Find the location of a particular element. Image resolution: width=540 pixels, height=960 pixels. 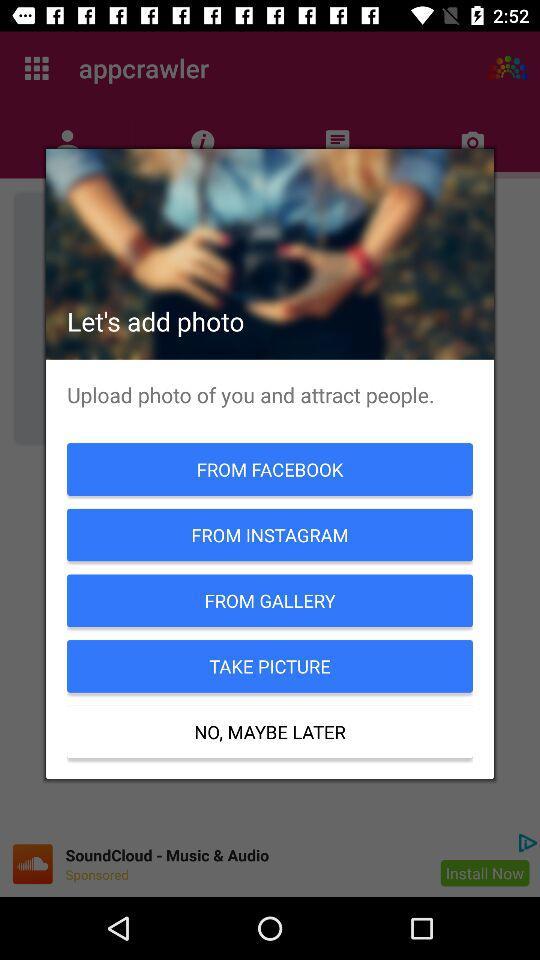

from facebook is located at coordinates (270, 469).